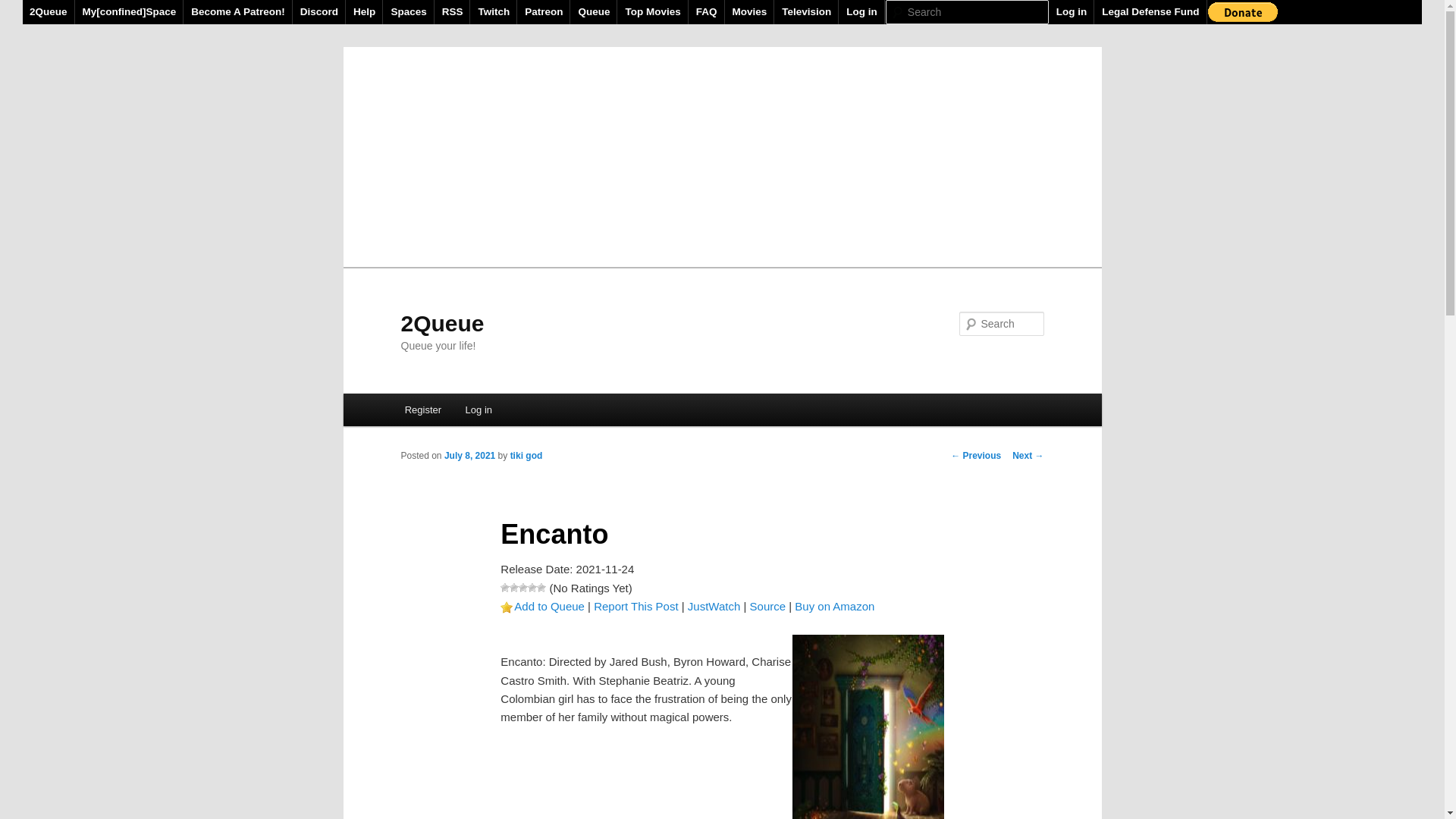 The image size is (1456, 819). What do you see at coordinates (635, 605) in the screenshot?
I see `'Report This Post'` at bounding box center [635, 605].